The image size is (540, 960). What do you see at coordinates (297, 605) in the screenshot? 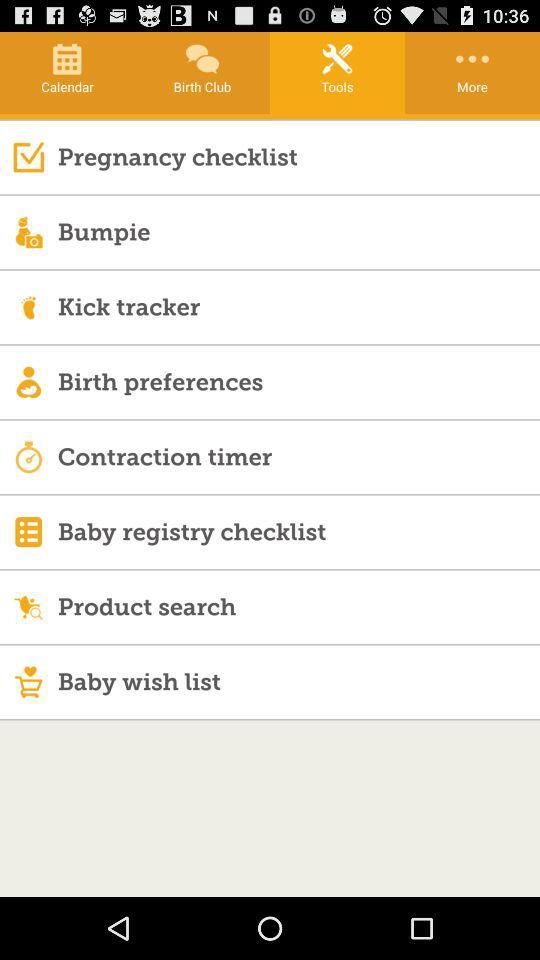
I see `the product search` at bounding box center [297, 605].